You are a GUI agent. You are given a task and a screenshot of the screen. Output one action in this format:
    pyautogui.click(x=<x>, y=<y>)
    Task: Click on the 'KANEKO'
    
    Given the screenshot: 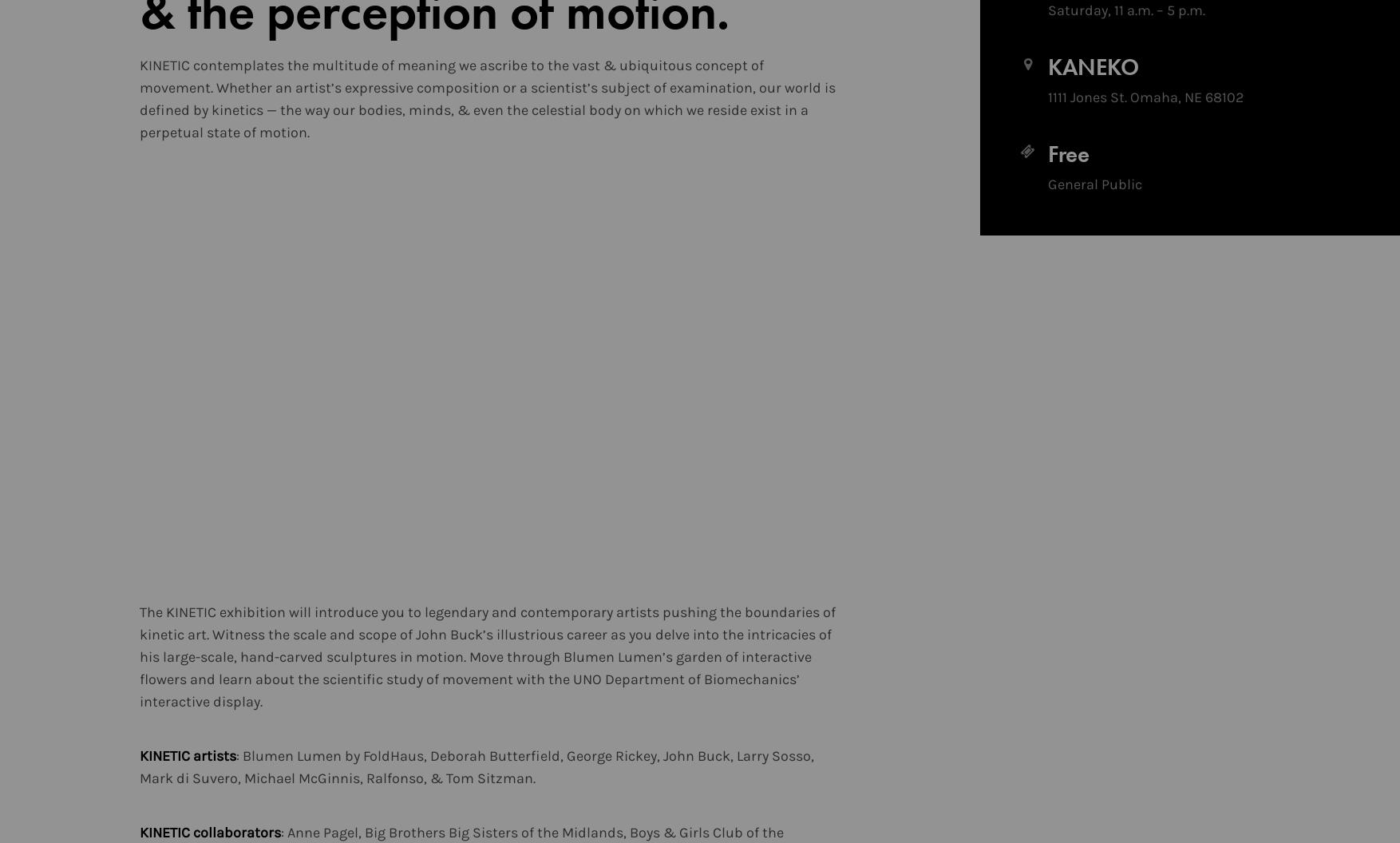 What is the action you would take?
    pyautogui.click(x=1091, y=66)
    